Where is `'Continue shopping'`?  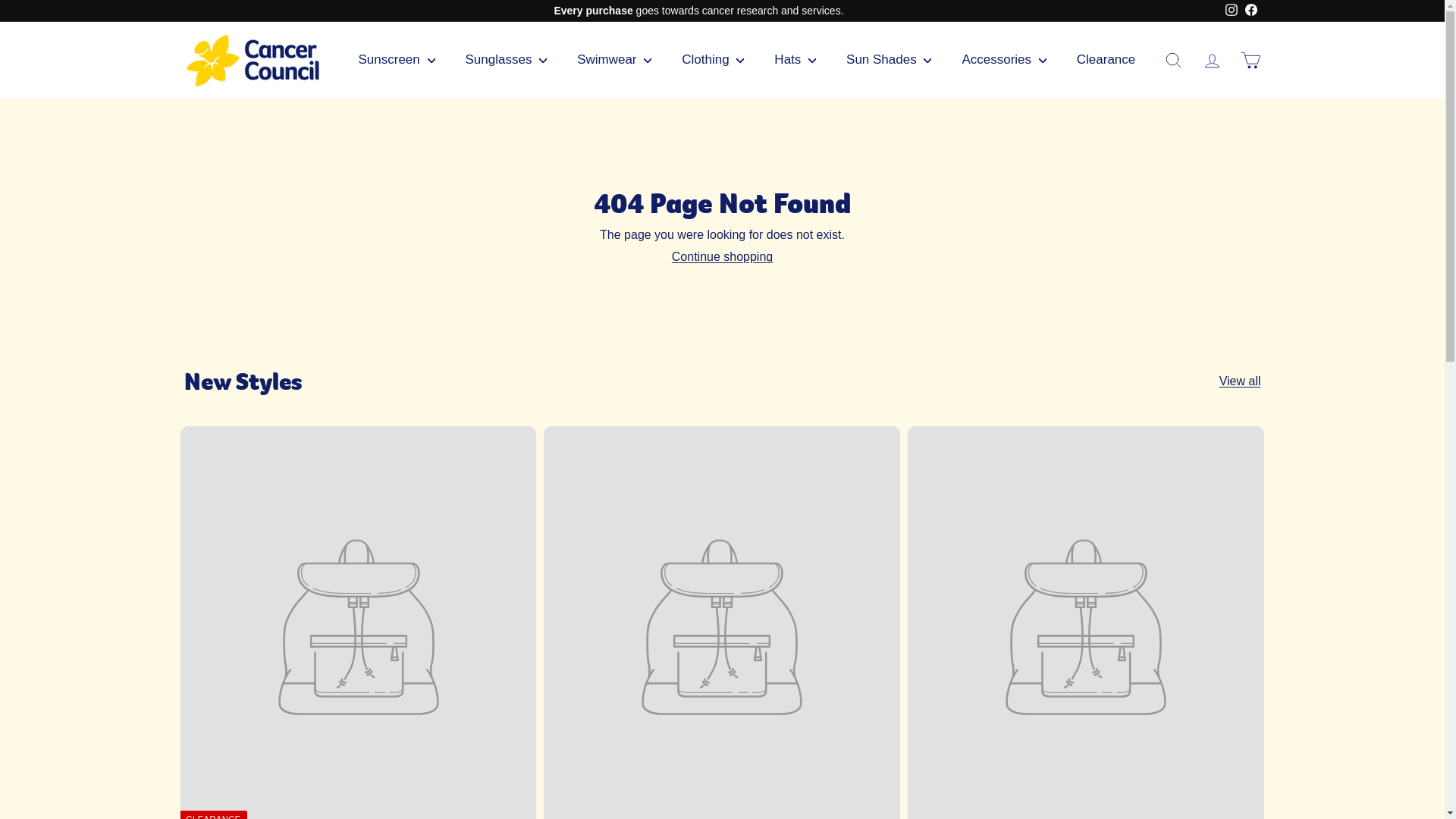 'Continue shopping' is located at coordinates (671, 256).